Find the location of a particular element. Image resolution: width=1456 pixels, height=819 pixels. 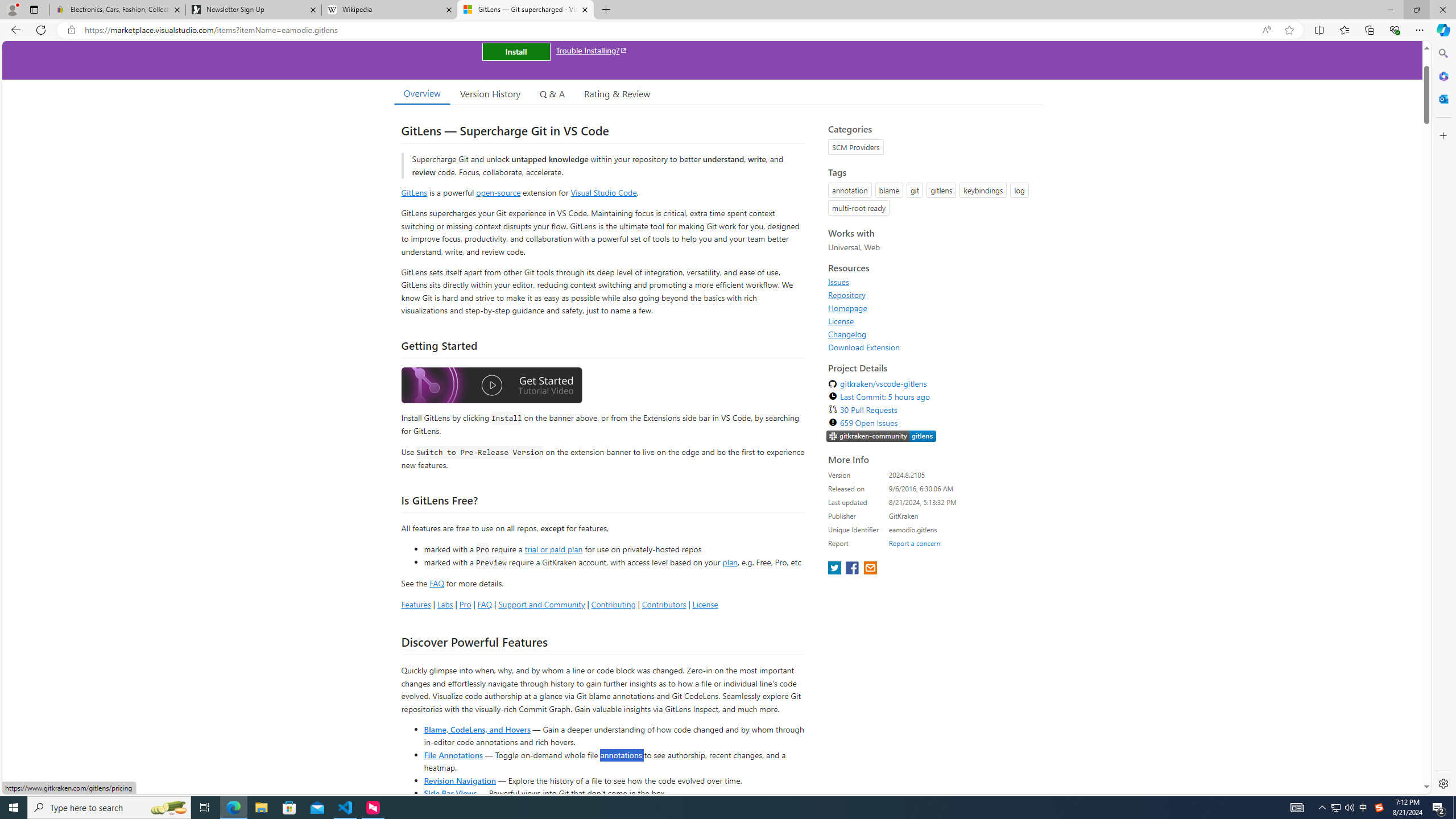

'Support and Community' is located at coordinates (541, 603).